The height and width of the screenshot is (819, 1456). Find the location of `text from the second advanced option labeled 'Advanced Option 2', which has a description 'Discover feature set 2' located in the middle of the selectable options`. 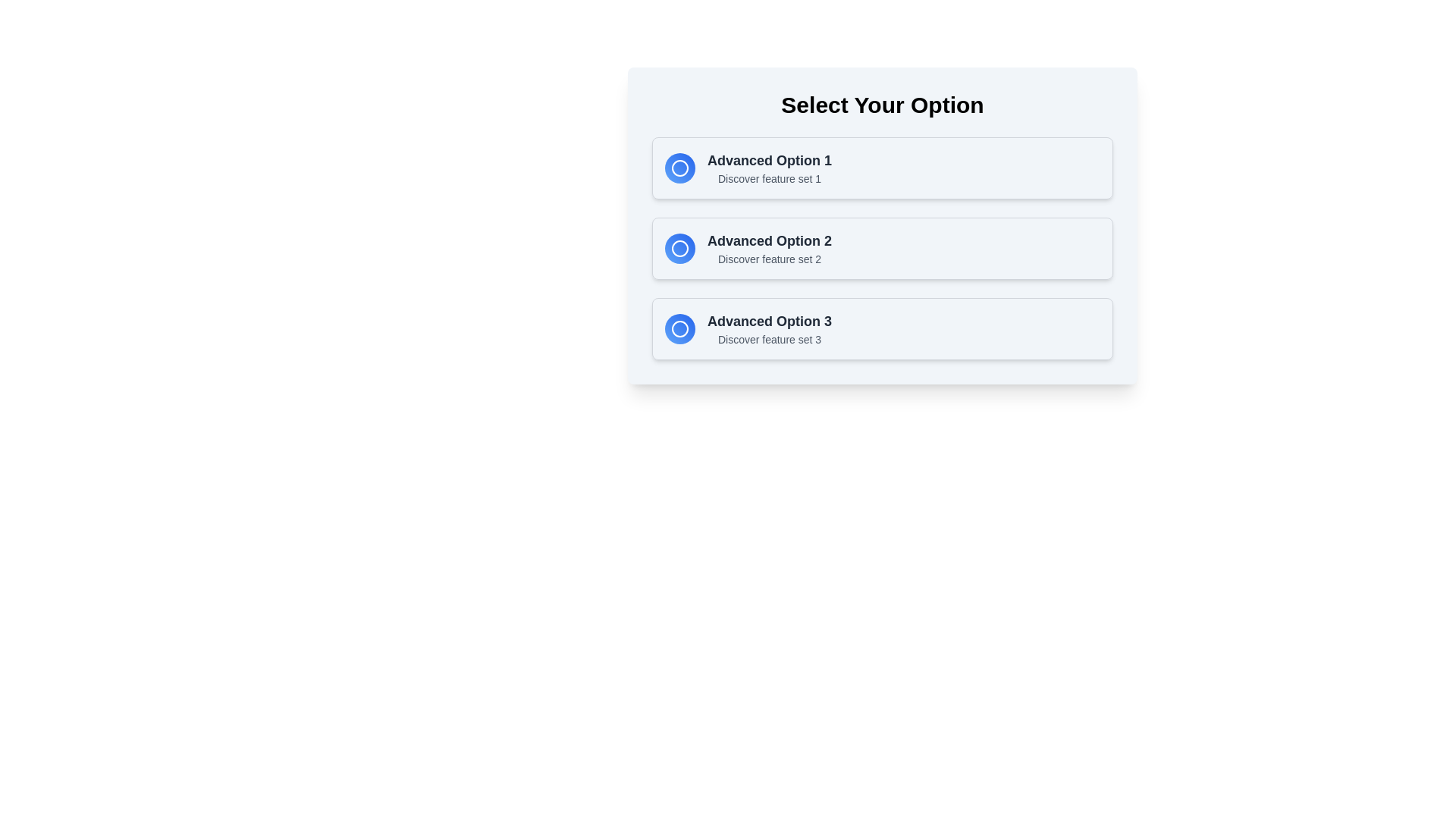

text from the second advanced option labeled 'Advanced Option 2', which has a description 'Discover feature set 2' located in the middle of the selectable options is located at coordinates (770, 247).